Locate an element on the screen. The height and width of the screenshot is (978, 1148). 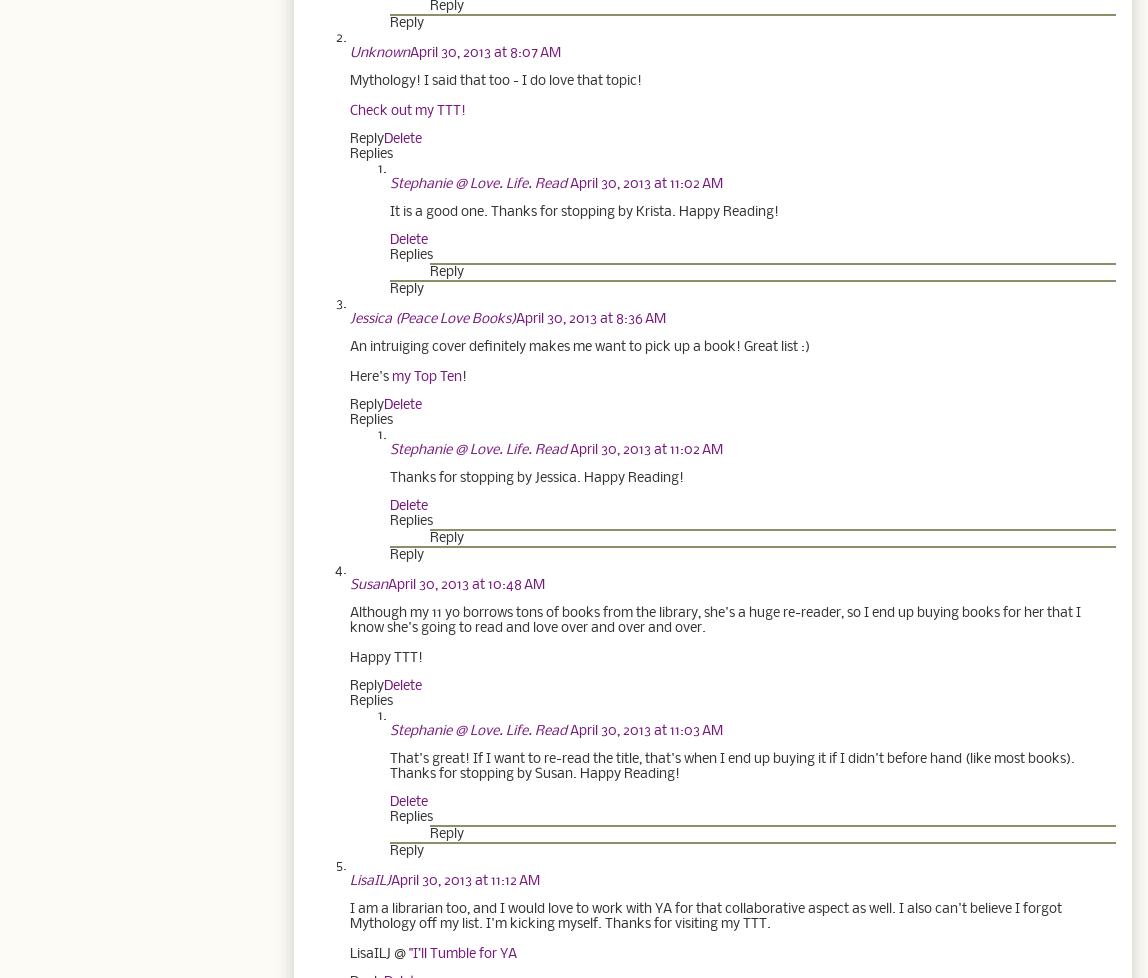
'my Top Ten' is located at coordinates (392, 375).